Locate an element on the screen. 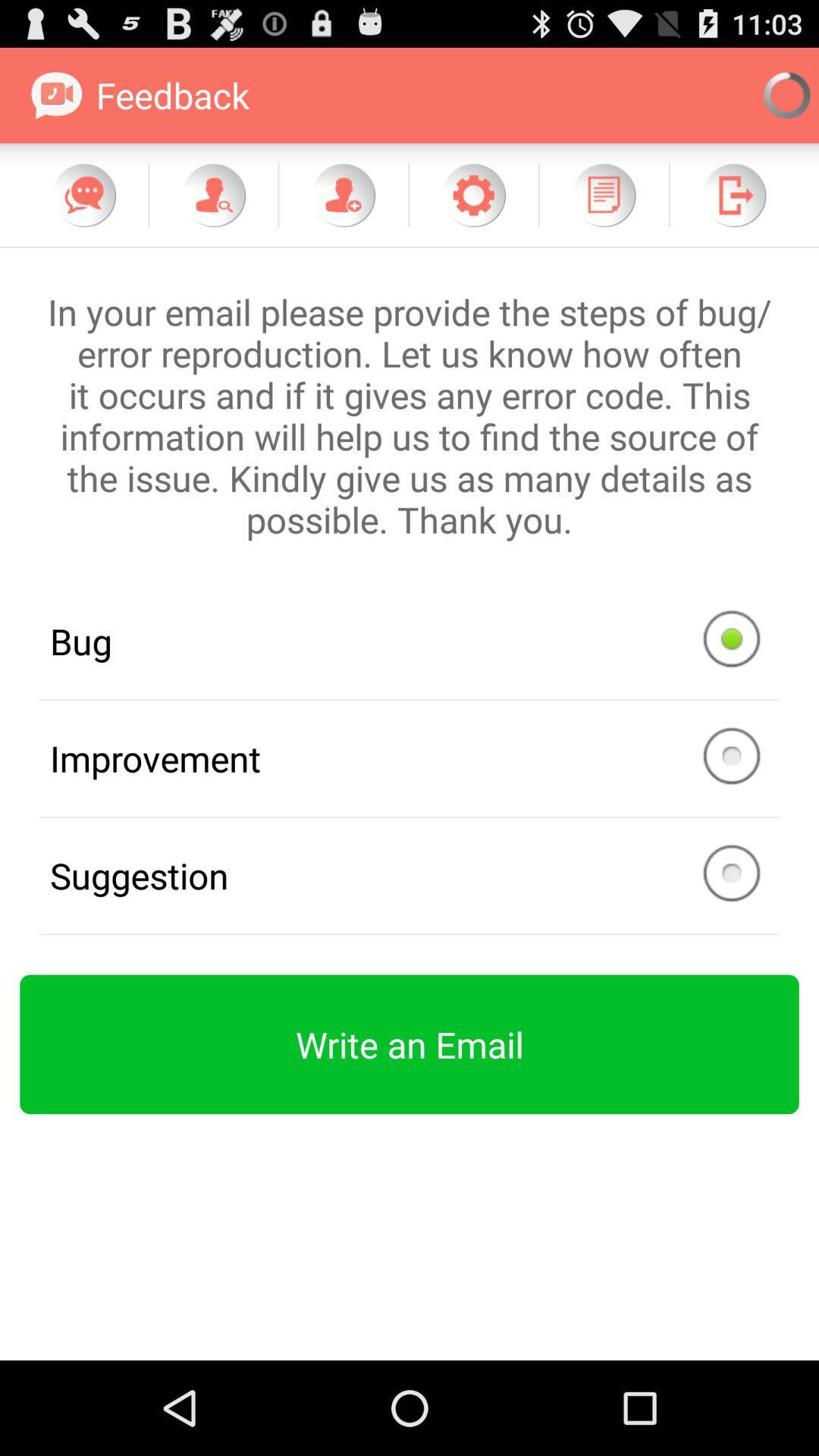 This screenshot has height=1456, width=819. suggestion is located at coordinates (409, 876).